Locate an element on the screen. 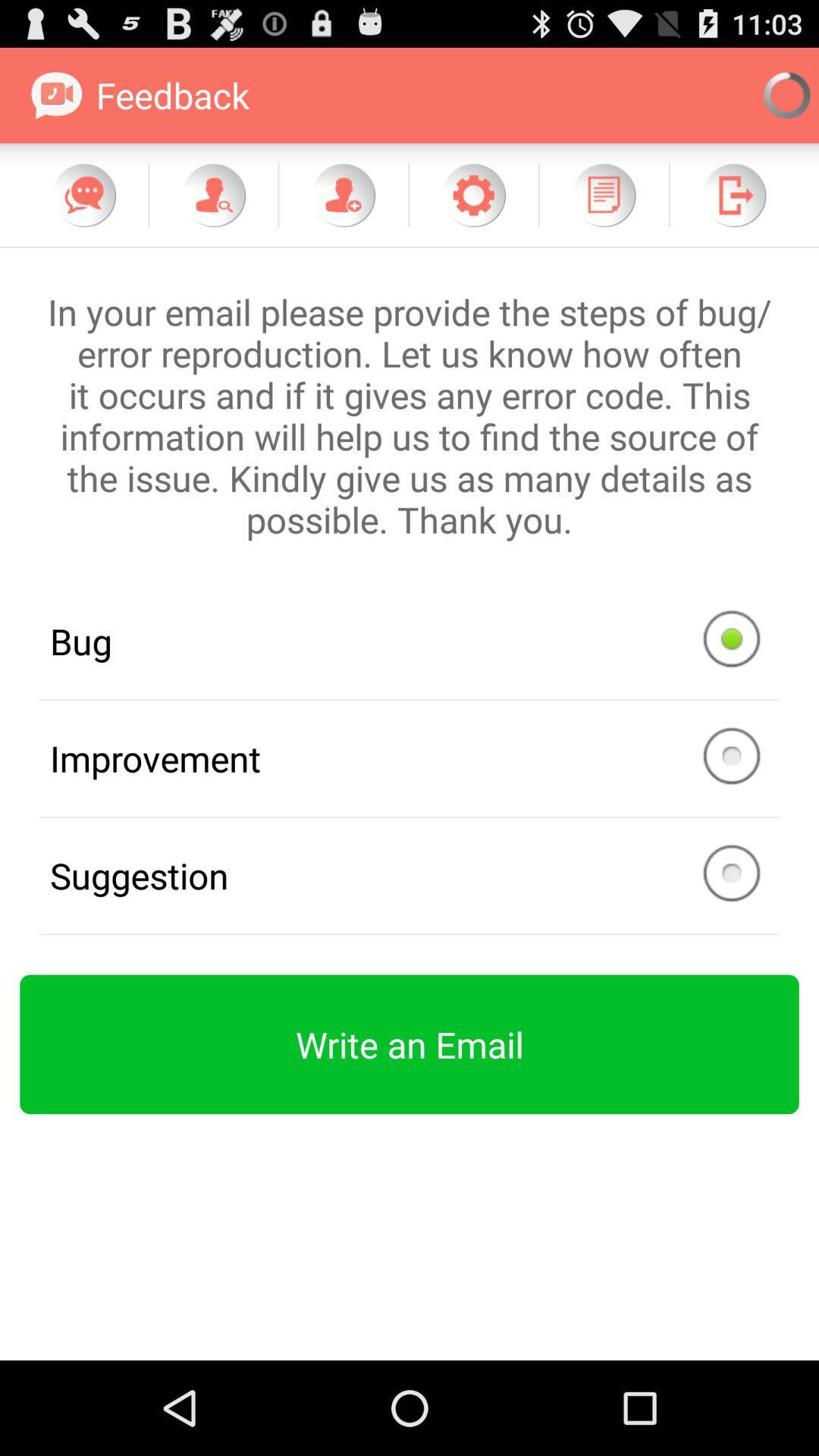 This screenshot has height=1456, width=819. suggestion is located at coordinates (409, 876).